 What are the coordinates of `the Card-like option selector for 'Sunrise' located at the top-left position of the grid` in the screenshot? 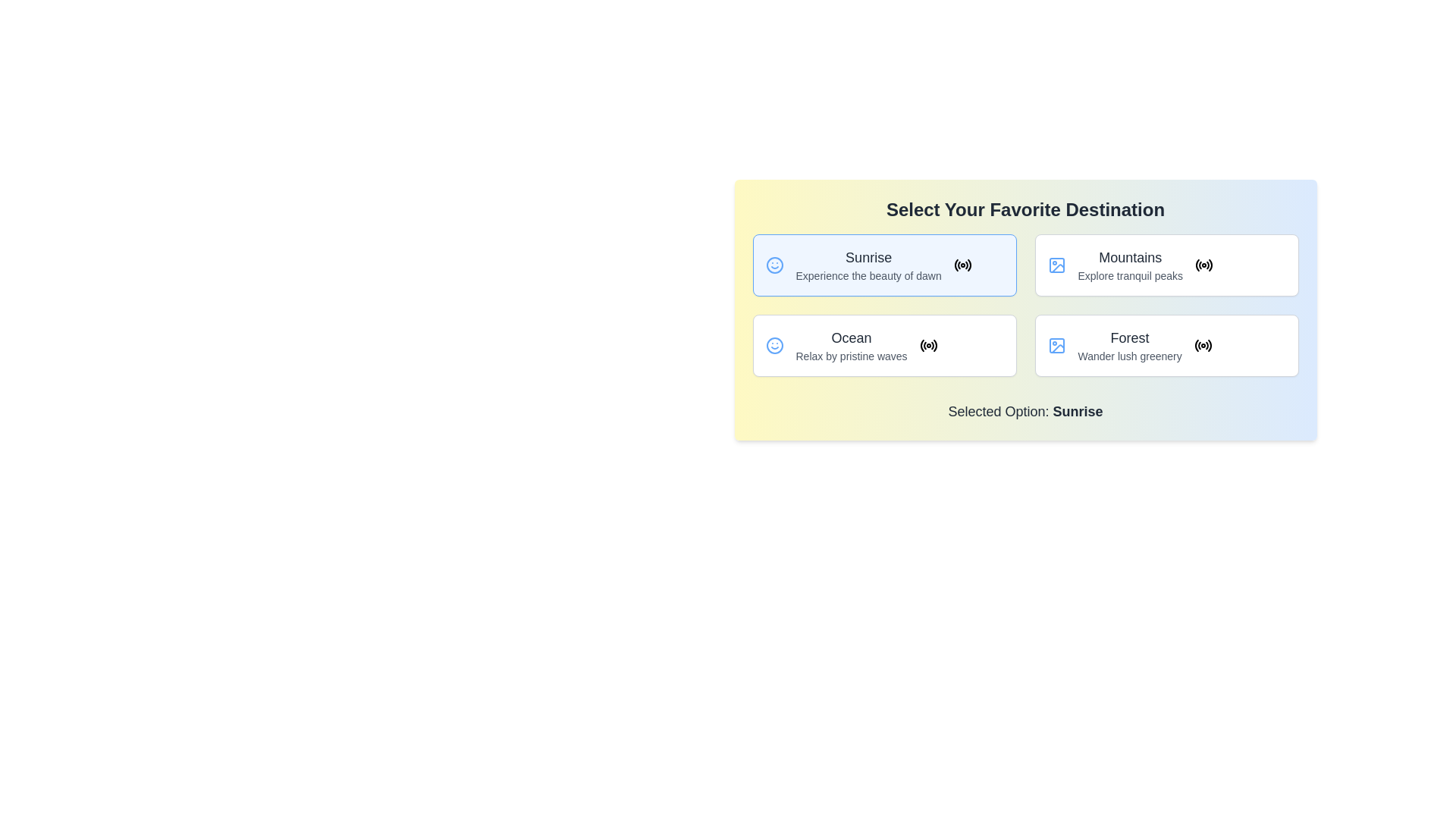 It's located at (884, 265).